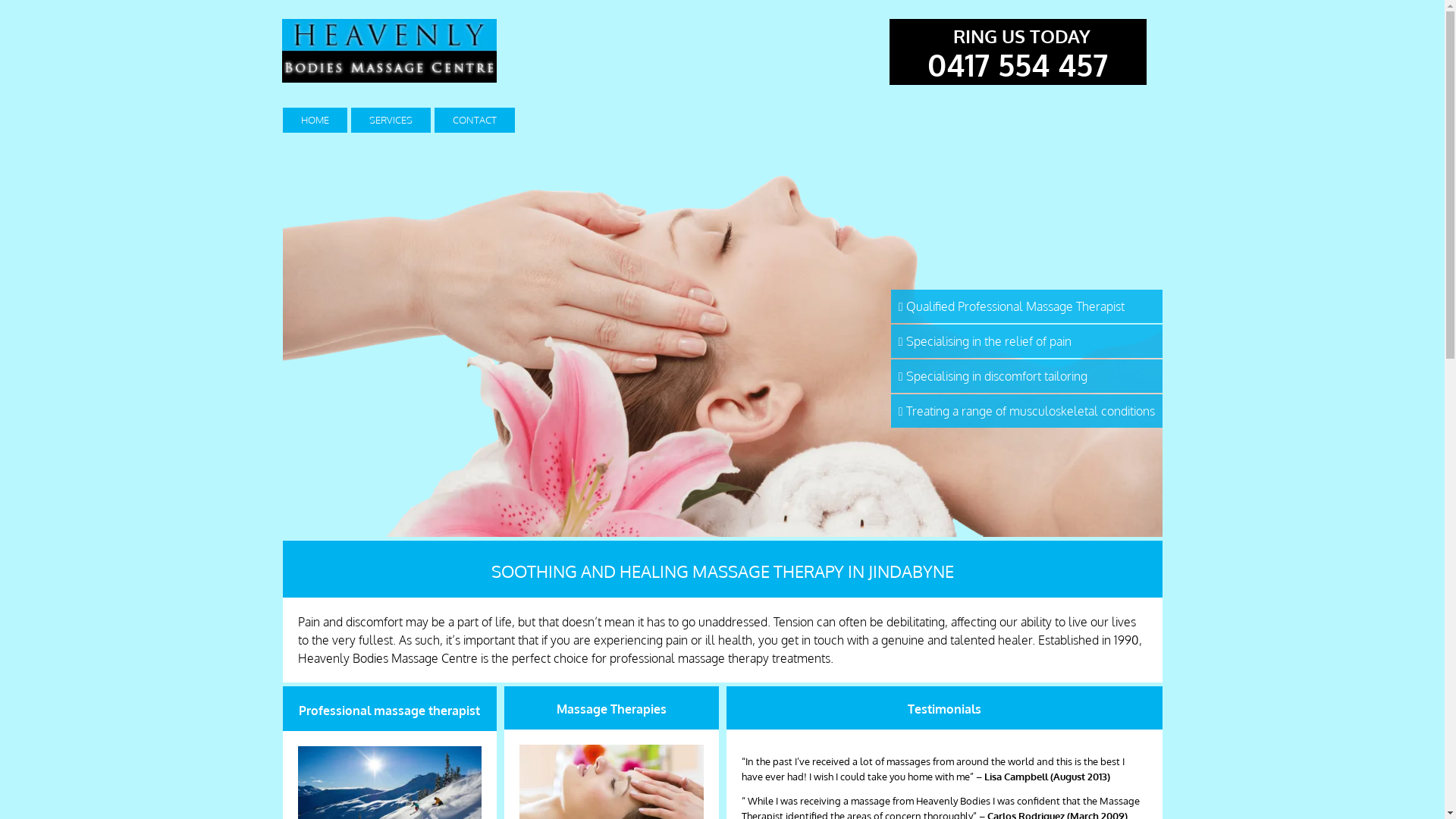 The height and width of the screenshot is (819, 1456). Describe the element at coordinates (389, 49) in the screenshot. I see `'Heavenly bodies massage centre in Jindabyne'` at that location.